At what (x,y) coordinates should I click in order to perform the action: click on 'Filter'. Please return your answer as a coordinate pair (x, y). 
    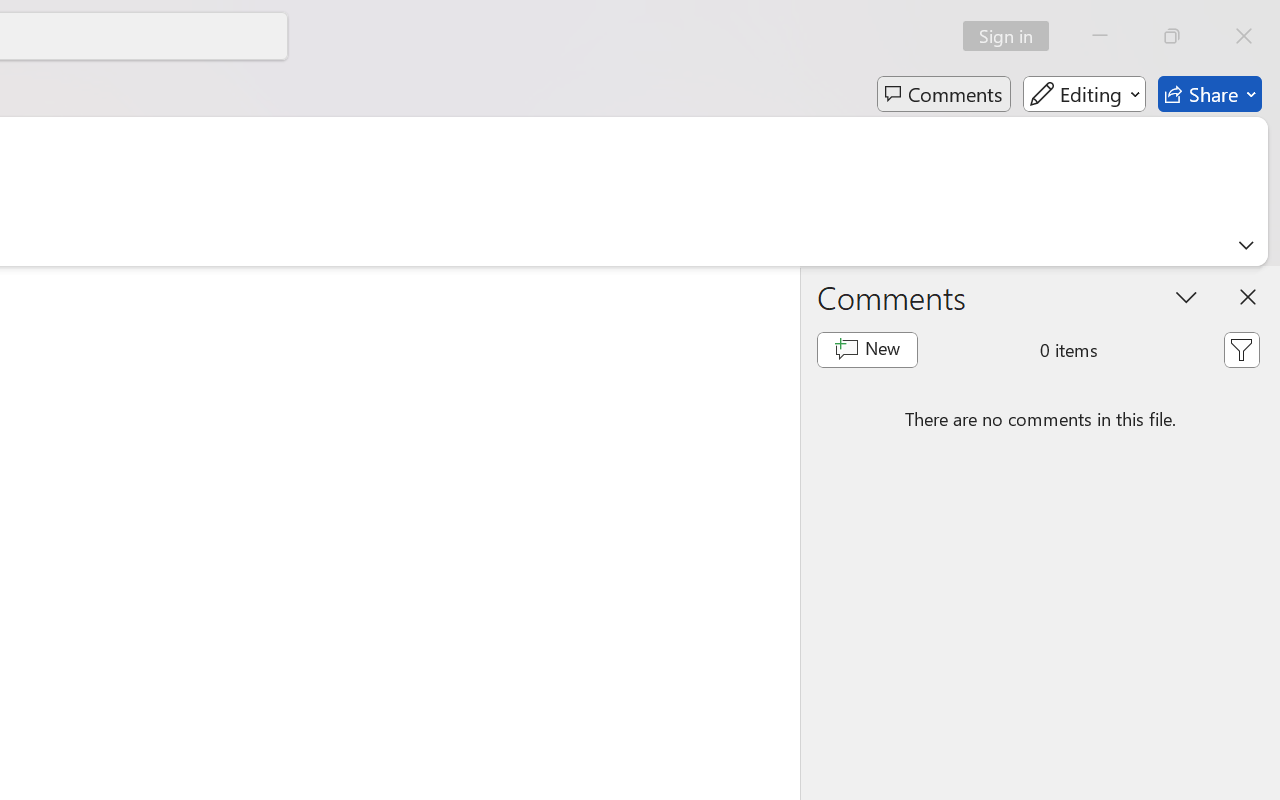
    Looking at the image, I should click on (1240, 350).